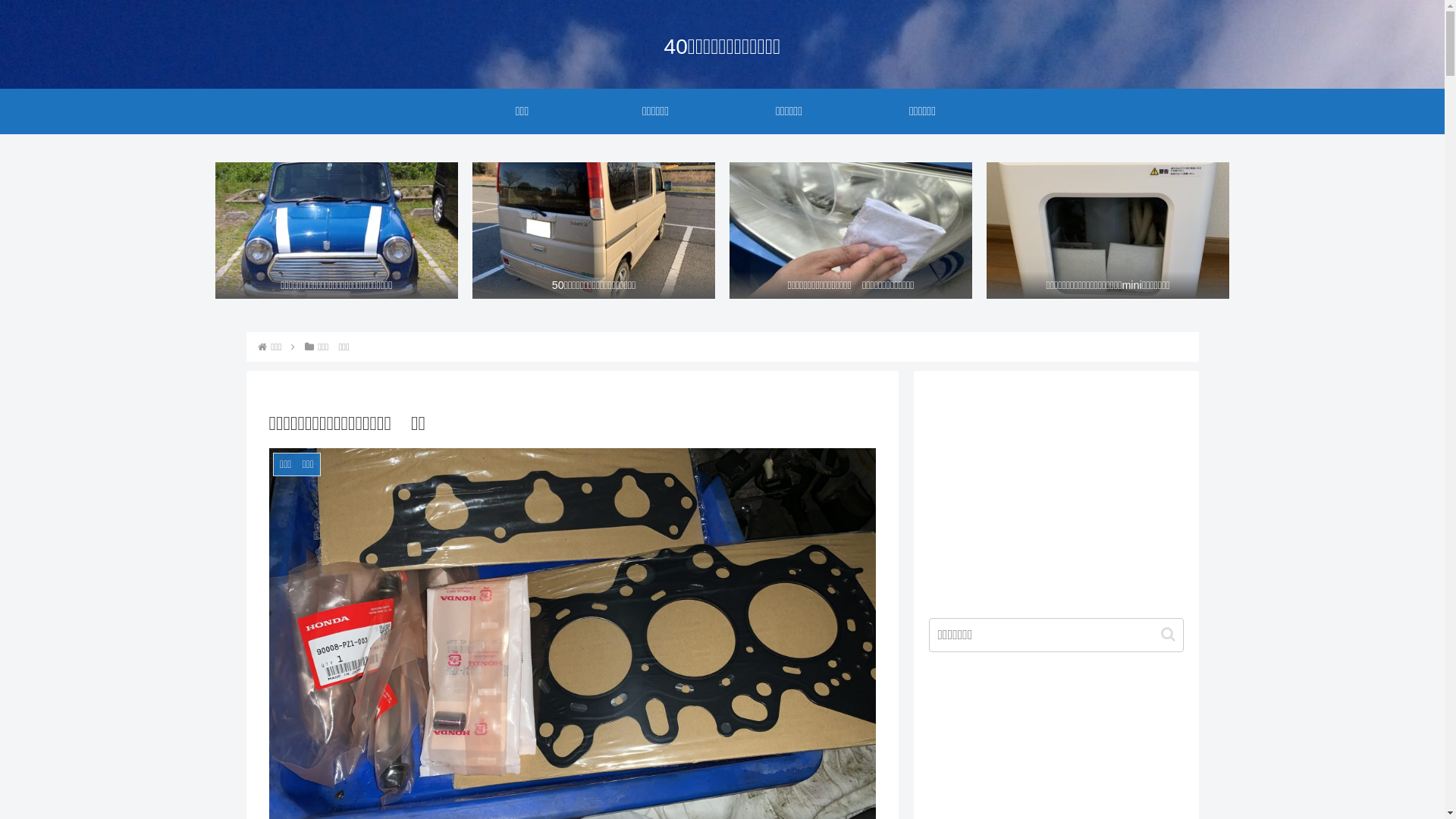 The image size is (1456, 819). I want to click on 'Advertisement', so click(1055, 491).